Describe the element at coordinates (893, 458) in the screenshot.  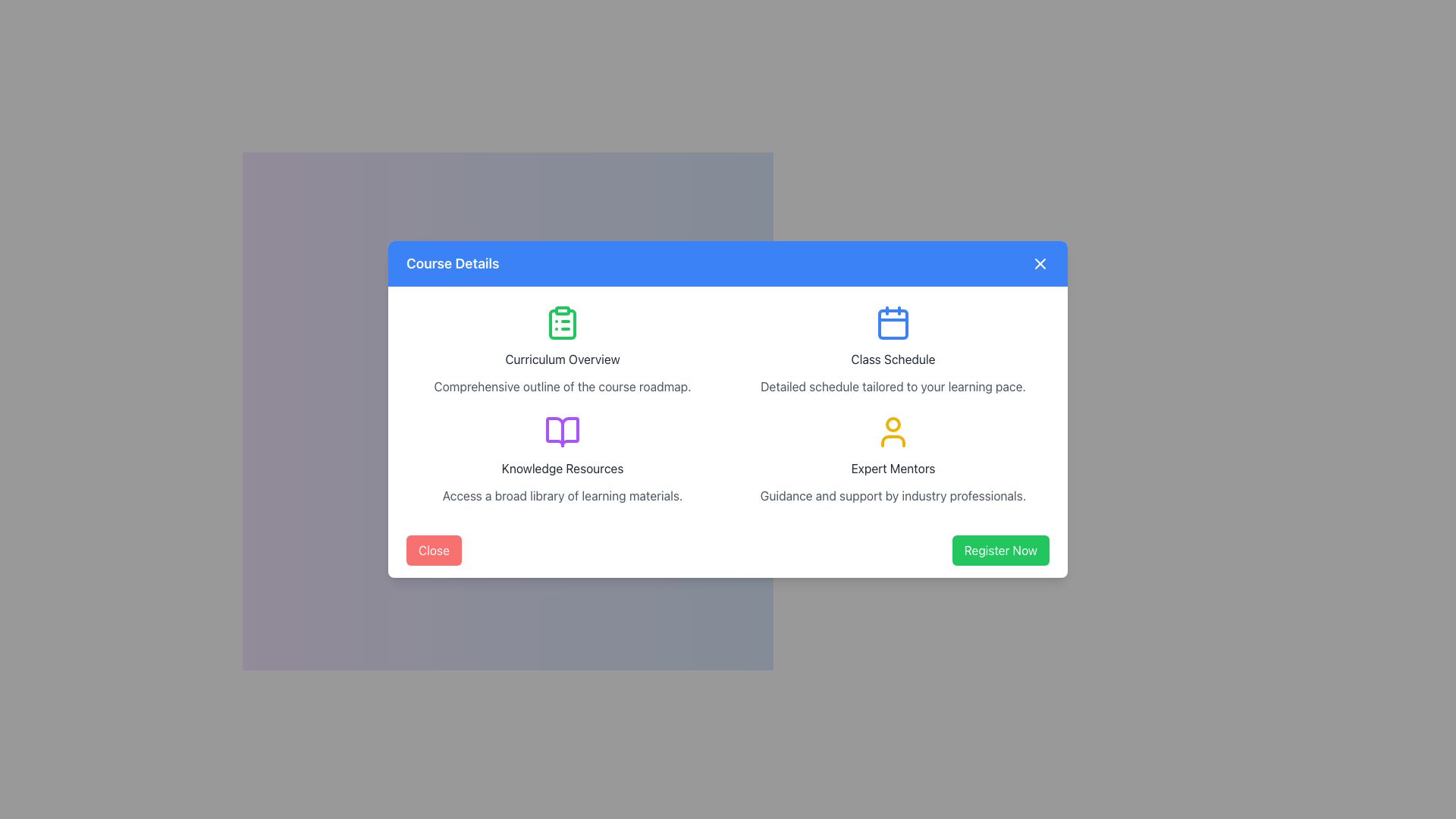
I see `the 'Expert Mentors' informational card located in the bottom-right quadrant of the interface` at that location.